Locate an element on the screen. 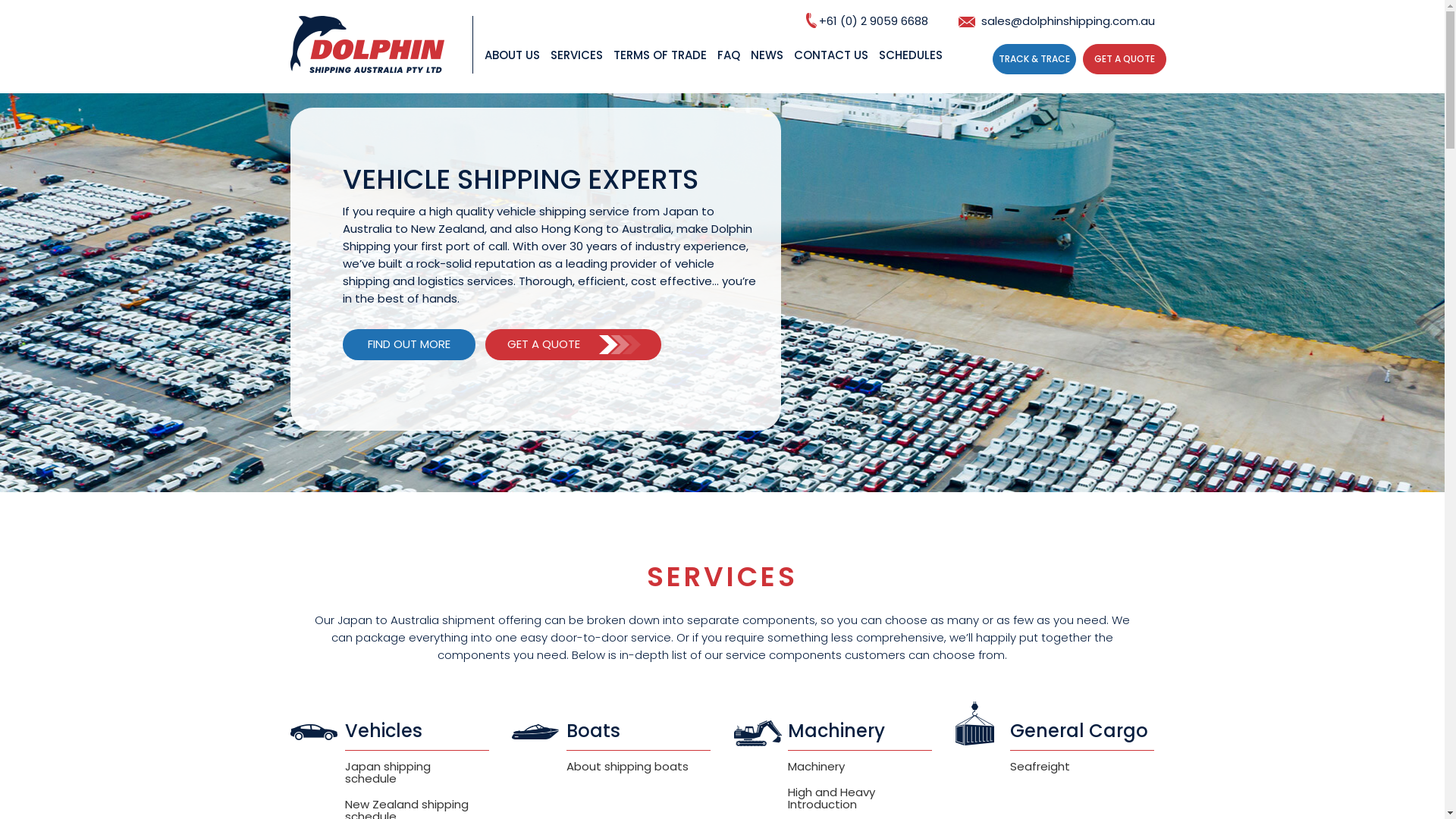 The image size is (1456, 819). 'TERMS OF TRADE' is located at coordinates (659, 68).